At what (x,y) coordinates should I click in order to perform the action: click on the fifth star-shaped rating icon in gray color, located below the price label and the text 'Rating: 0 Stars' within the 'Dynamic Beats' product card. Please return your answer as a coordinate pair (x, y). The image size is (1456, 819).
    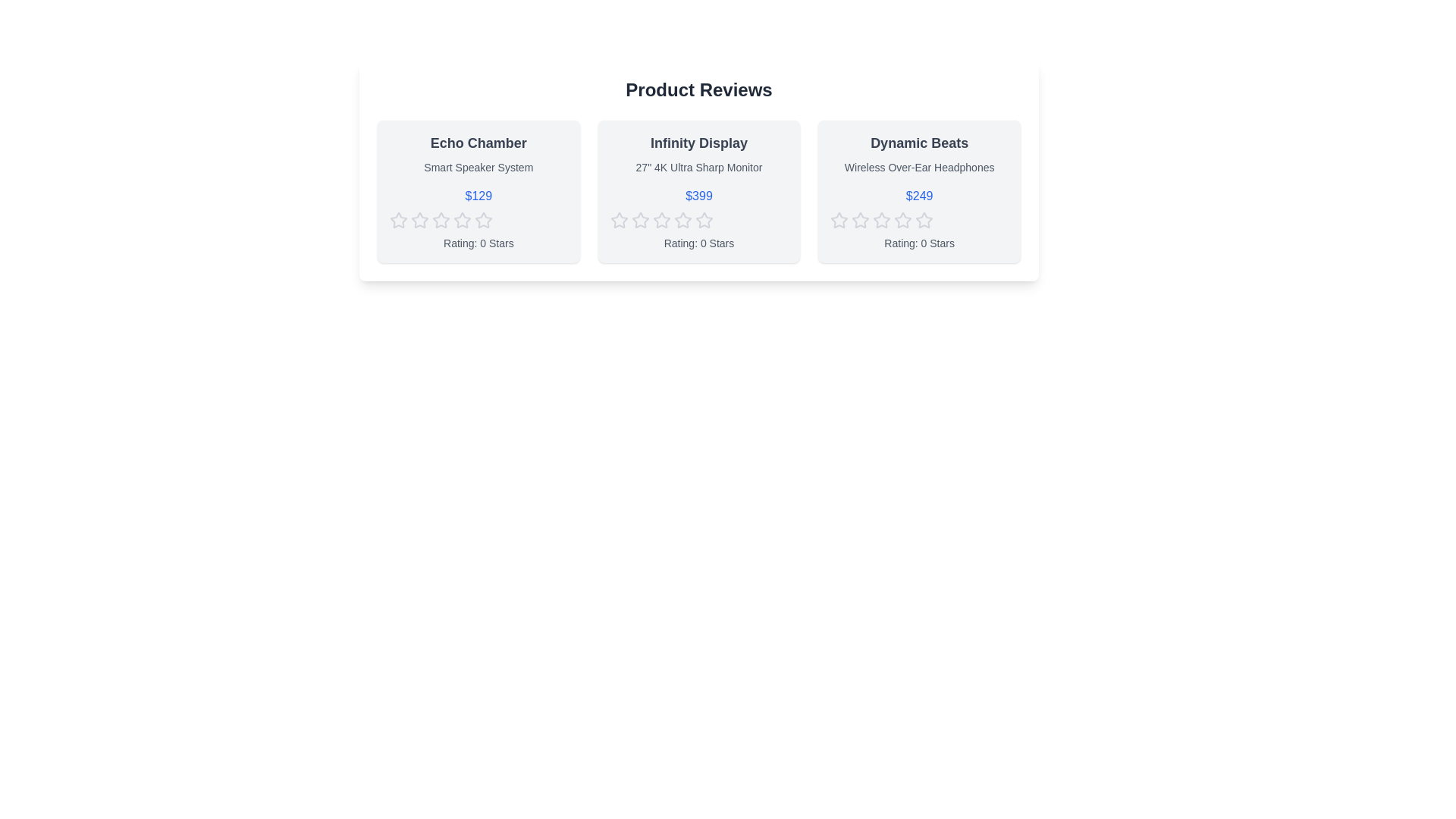
    Looking at the image, I should click on (924, 220).